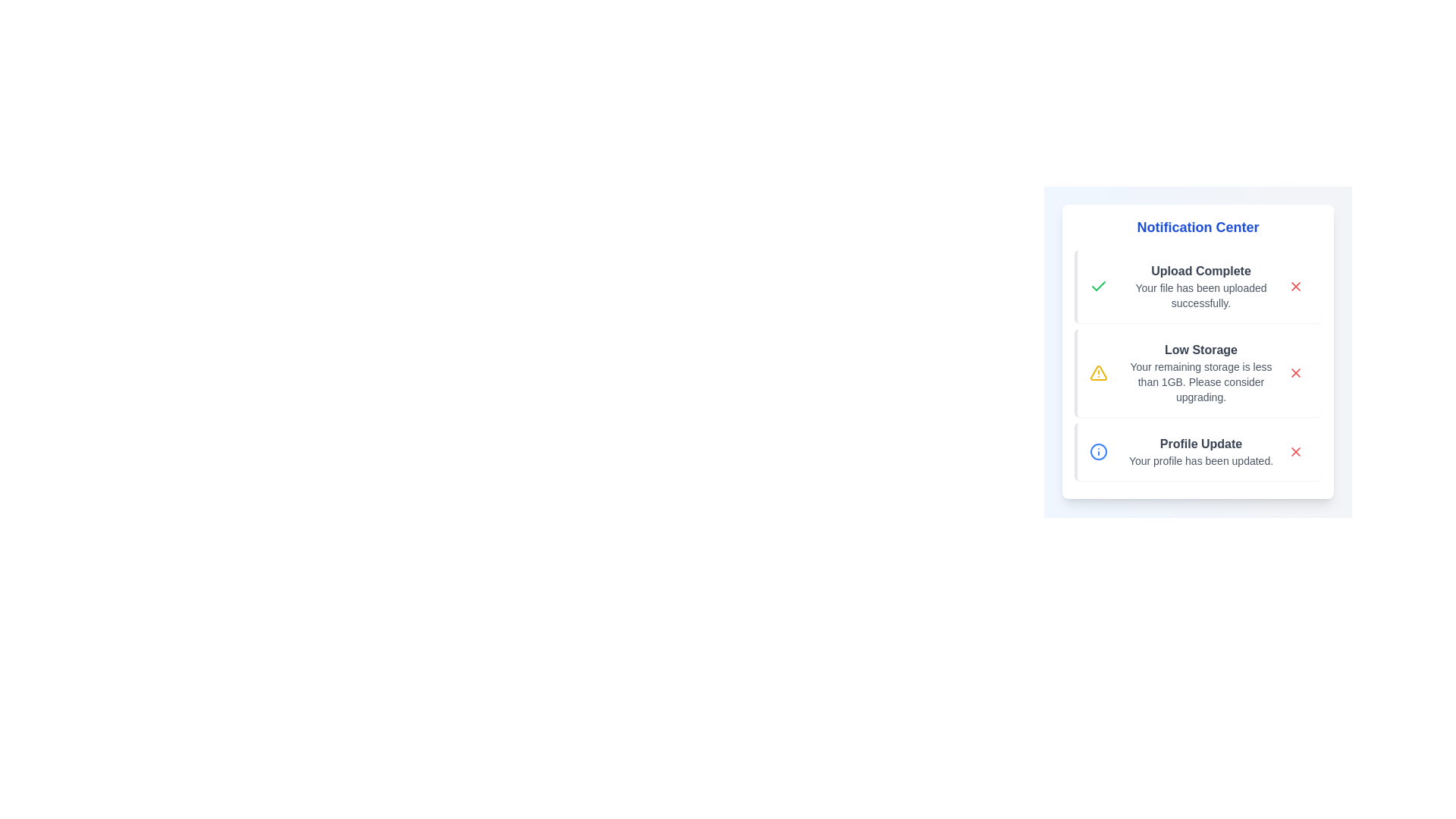 This screenshot has height=819, width=1456. Describe the element at coordinates (1200, 373) in the screenshot. I see `the message in the 'Low Storage' text block, which indicates that the remaining storage is less than 1GB, for decision-making` at that location.